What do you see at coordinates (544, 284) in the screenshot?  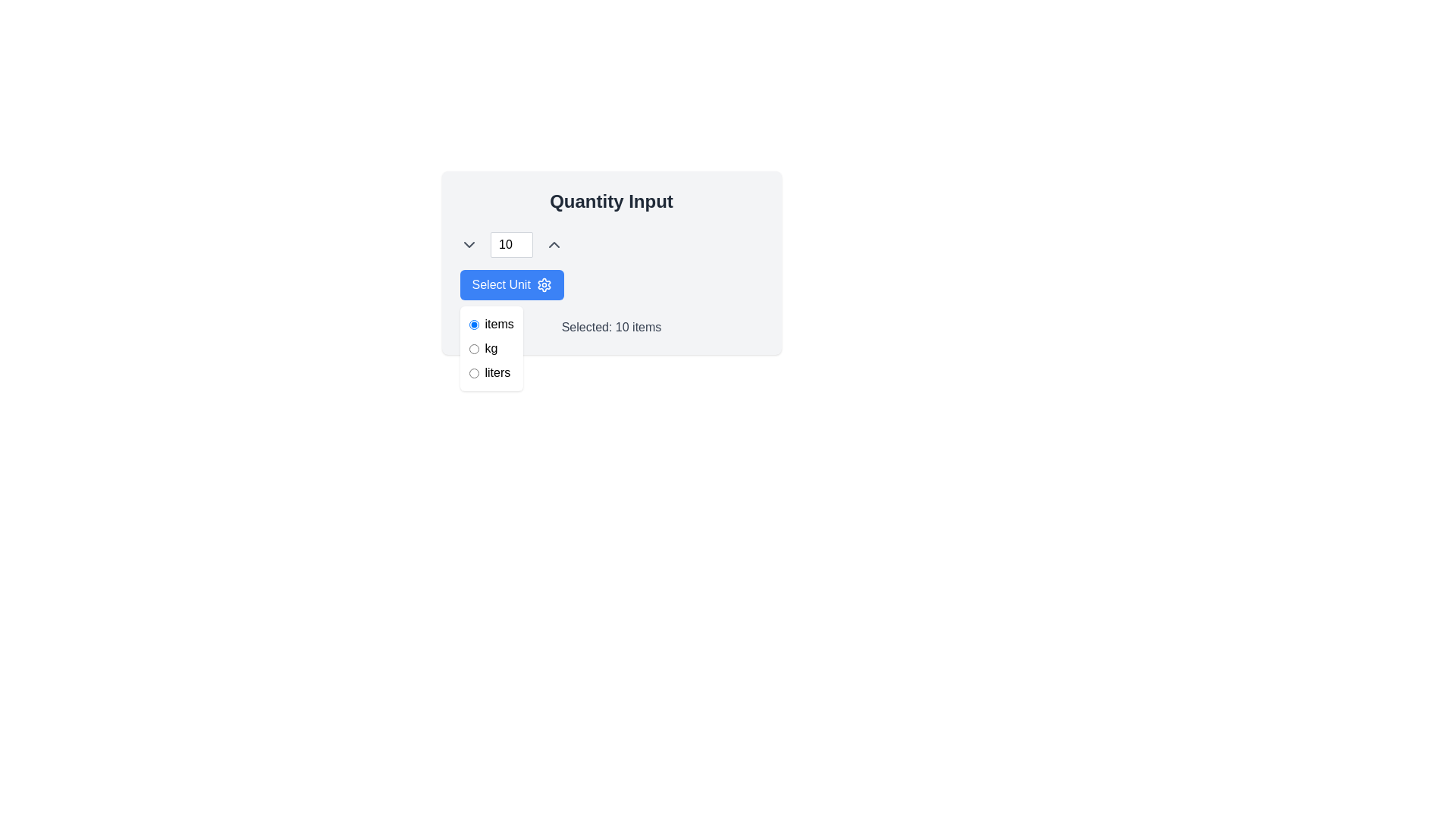 I see `the settings icon located to the right of the 'Select Unit' button` at bounding box center [544, 284].